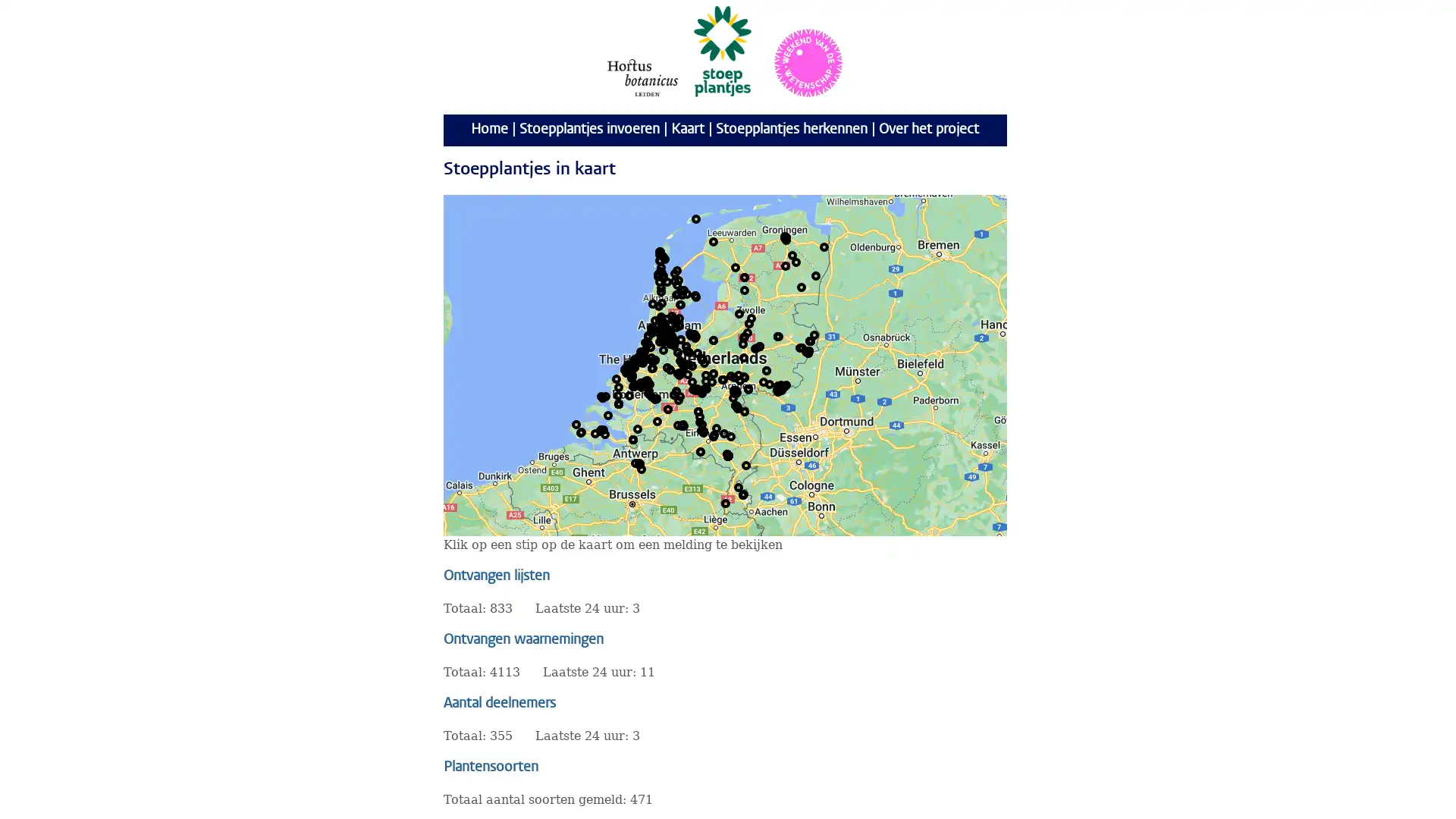  Describe the element at coordinates (677, 373) in the screenshot. I see `Telling van A op 23 april 2022` at that location.